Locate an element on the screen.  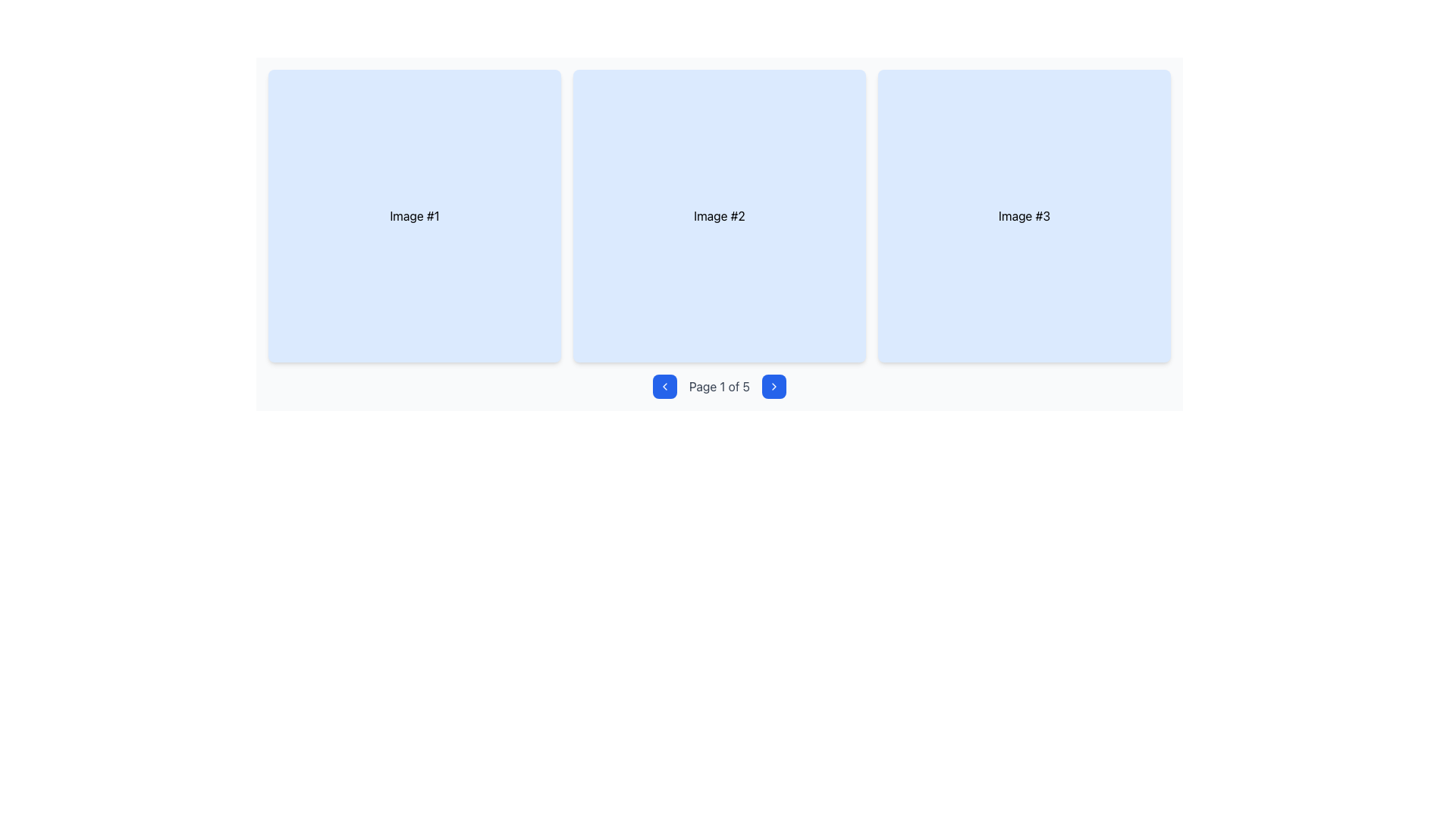
the rightmost navigation button that moves to the next page for a visual feedback effect is located at coordinates (774, 385).